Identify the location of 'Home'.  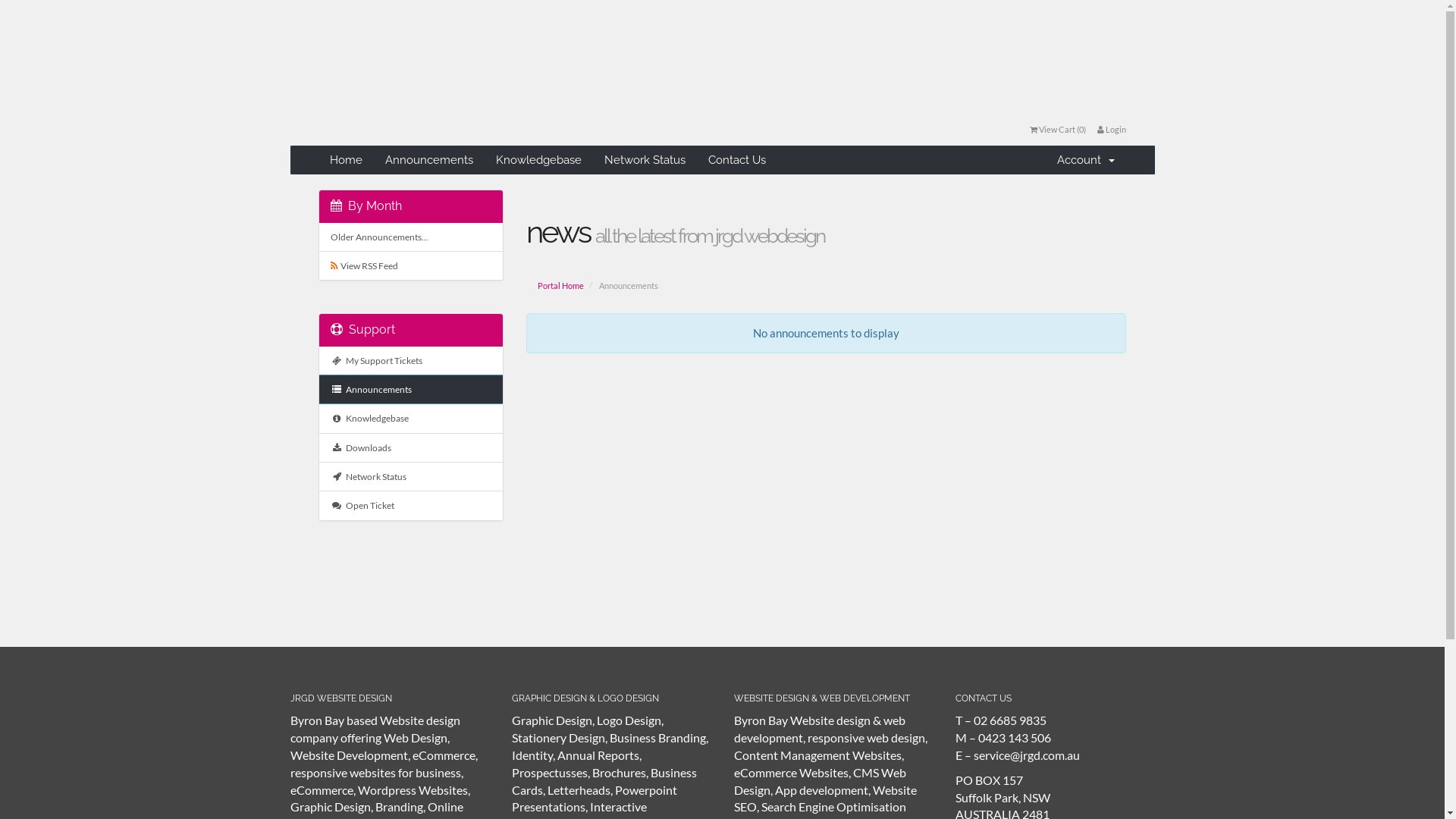
(345, 160).